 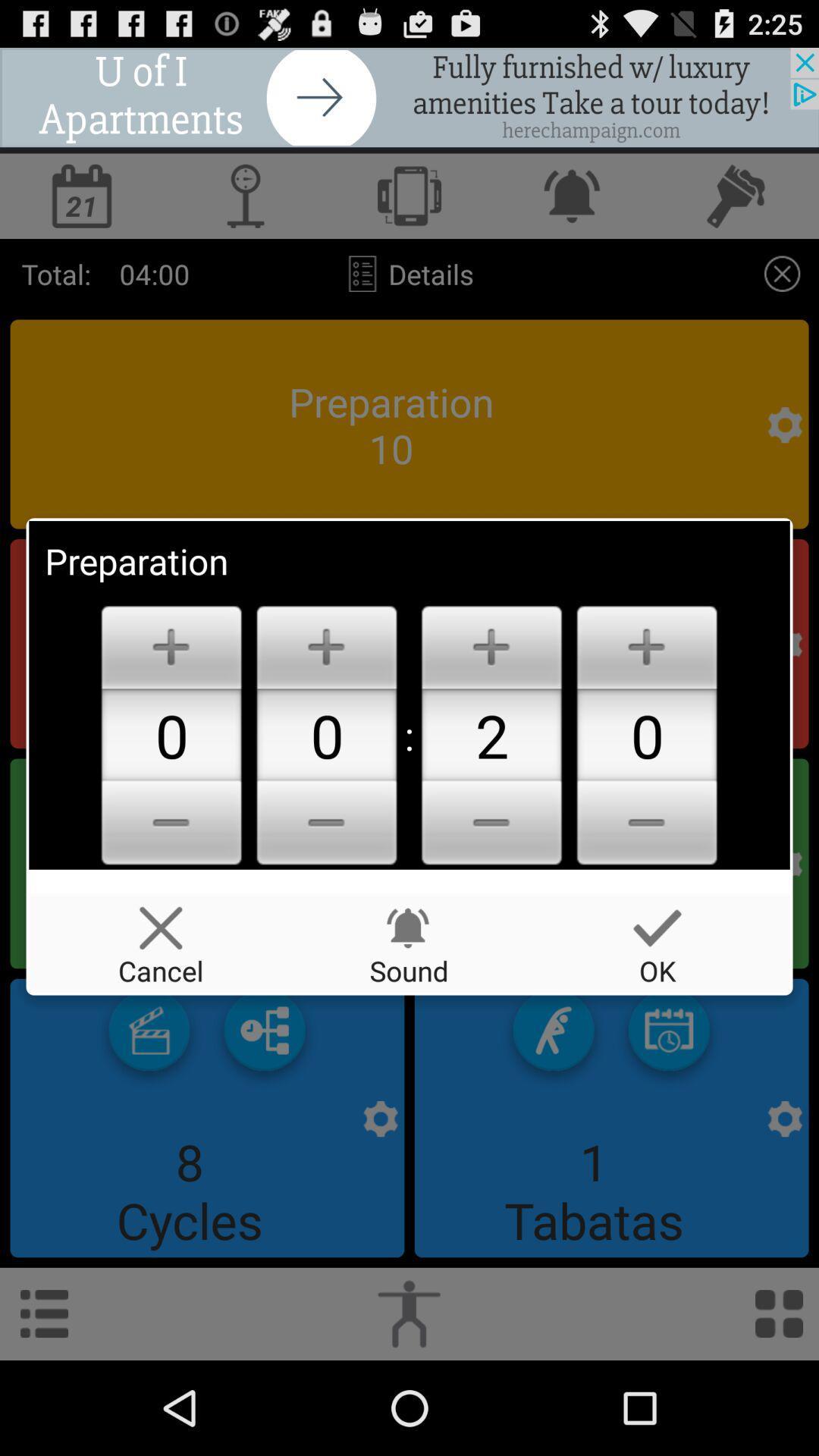 What do you see at coordinates (264, 1109) in the screenshot?
I see `the national_flag icon` at bounding box center [264, 1109].